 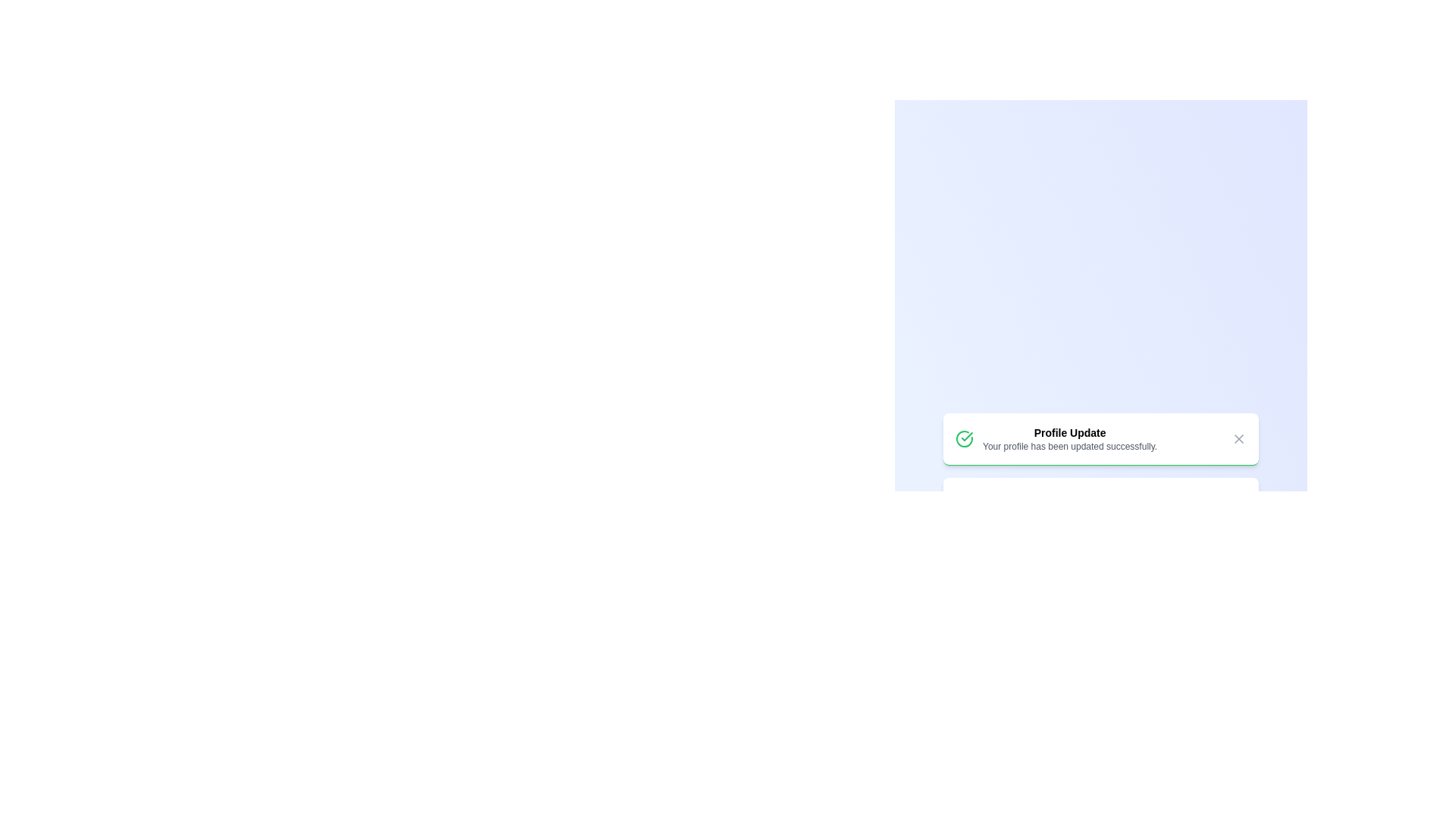 I want to click on the 'X' icon button located at the top right corner of the notification box to observe hover effects, so click(x=1238, y=438).